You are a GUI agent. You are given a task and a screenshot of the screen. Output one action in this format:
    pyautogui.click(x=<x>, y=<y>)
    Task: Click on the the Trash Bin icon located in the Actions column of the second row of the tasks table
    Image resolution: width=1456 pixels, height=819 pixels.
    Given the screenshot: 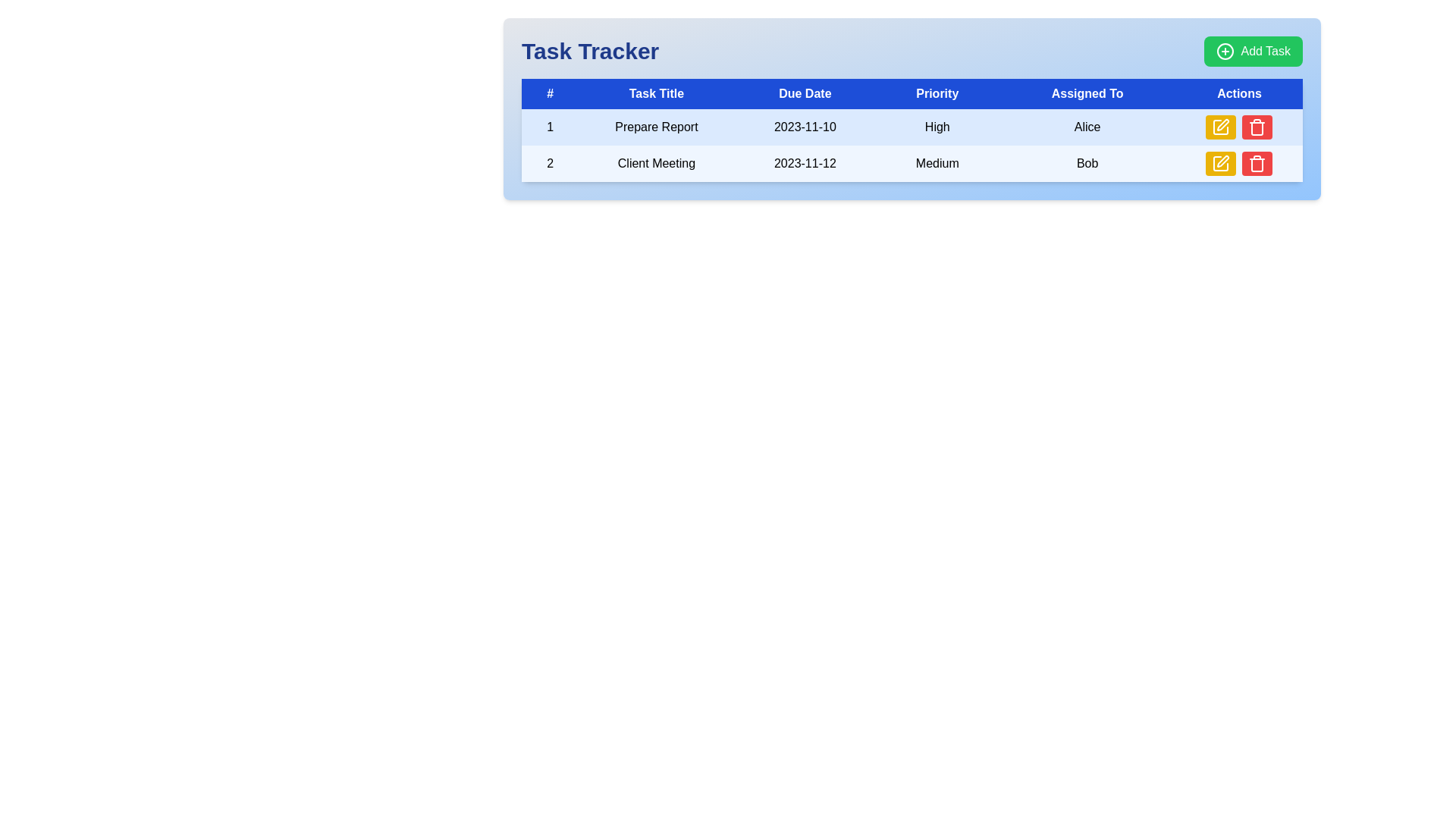 What is the action you would take?
    pyautogui.click(x=1257, y=127)
    